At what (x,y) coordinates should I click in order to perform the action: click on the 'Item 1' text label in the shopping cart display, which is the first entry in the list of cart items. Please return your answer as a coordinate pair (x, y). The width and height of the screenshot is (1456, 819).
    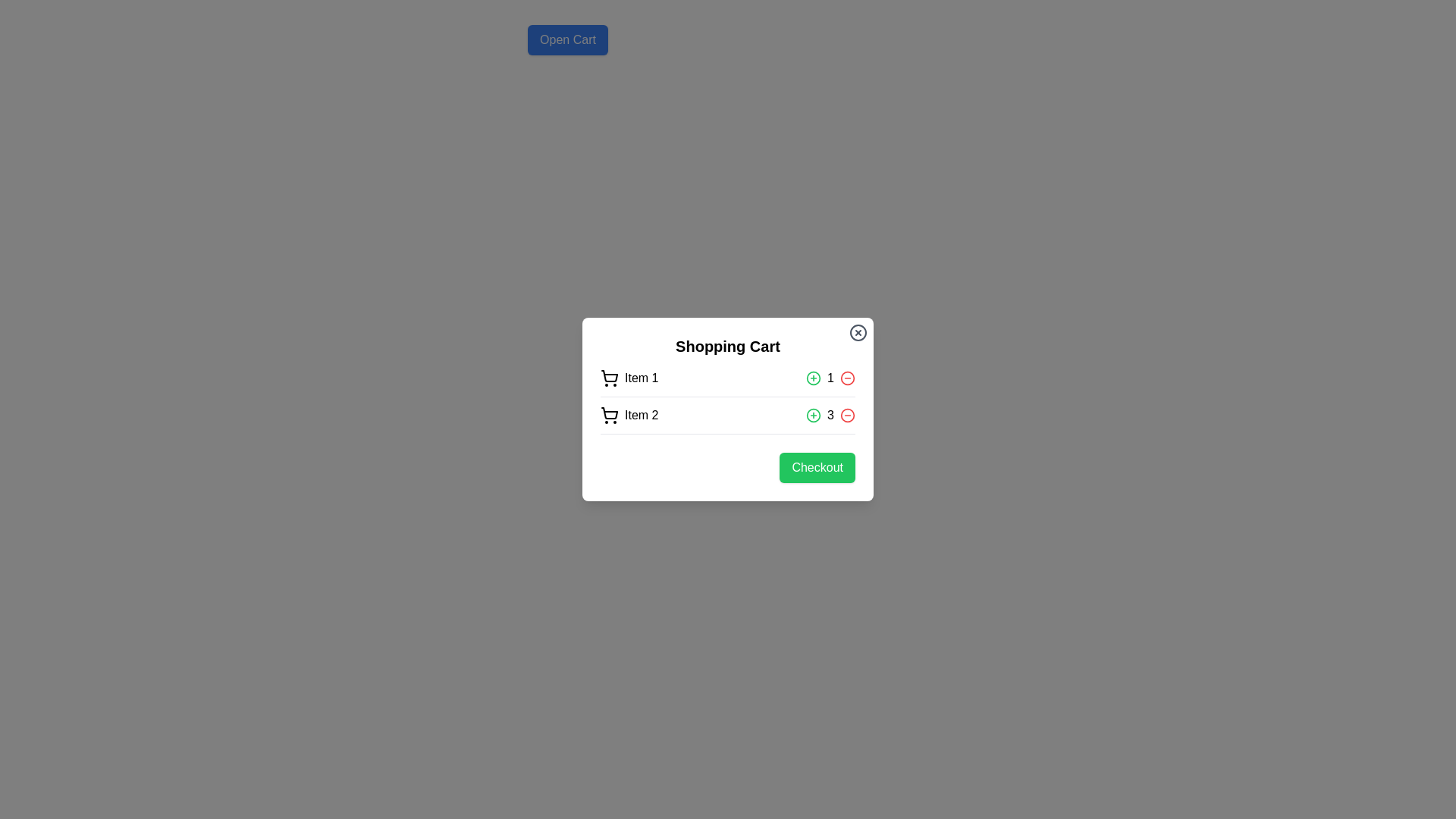
    Looking at the image, I should click on (629, 377).